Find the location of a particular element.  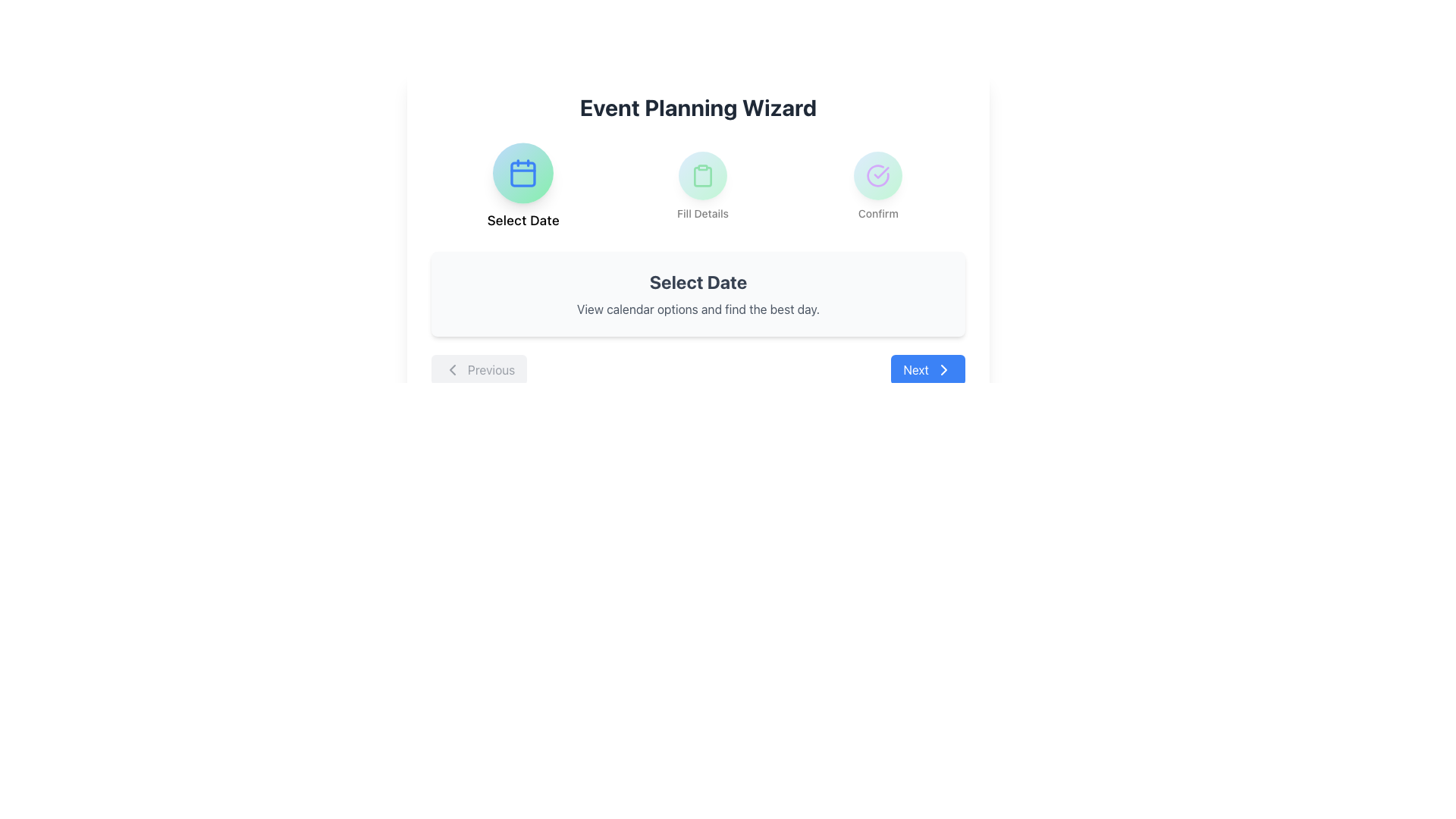

the Text Label that indicates the functionality of the button located near the bottom-right corner of the interface, to the left of the chevron icon is located at coordinates (915, 370).